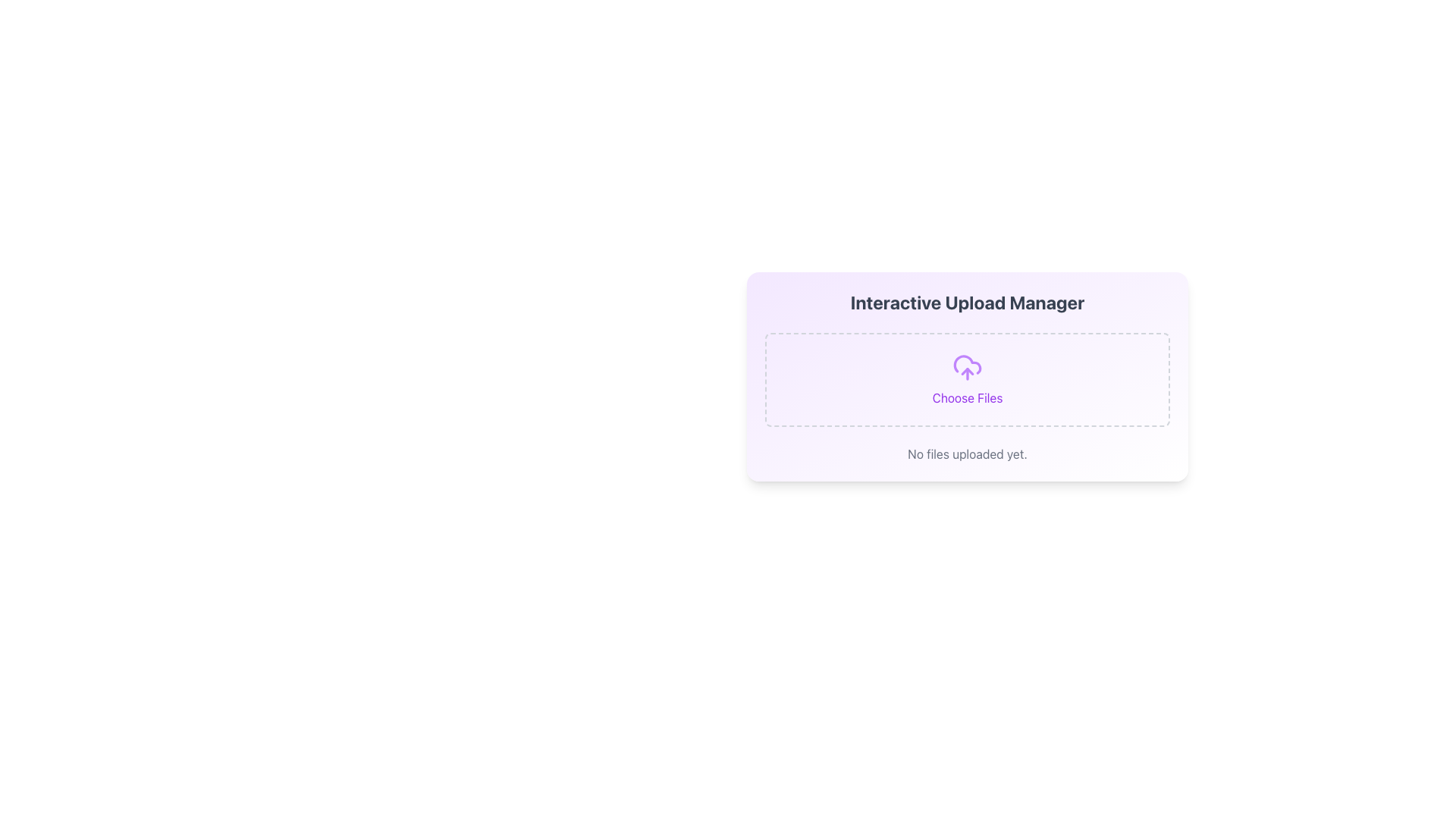 The width and height of the screenshot is (1456, 819). What do you see at coordinates (967, 453) in the screenshot?
I see `the text element displaying 'No files uploaded yet.' which is located beneath the upload manager interface` at bounding box center [967, 453].